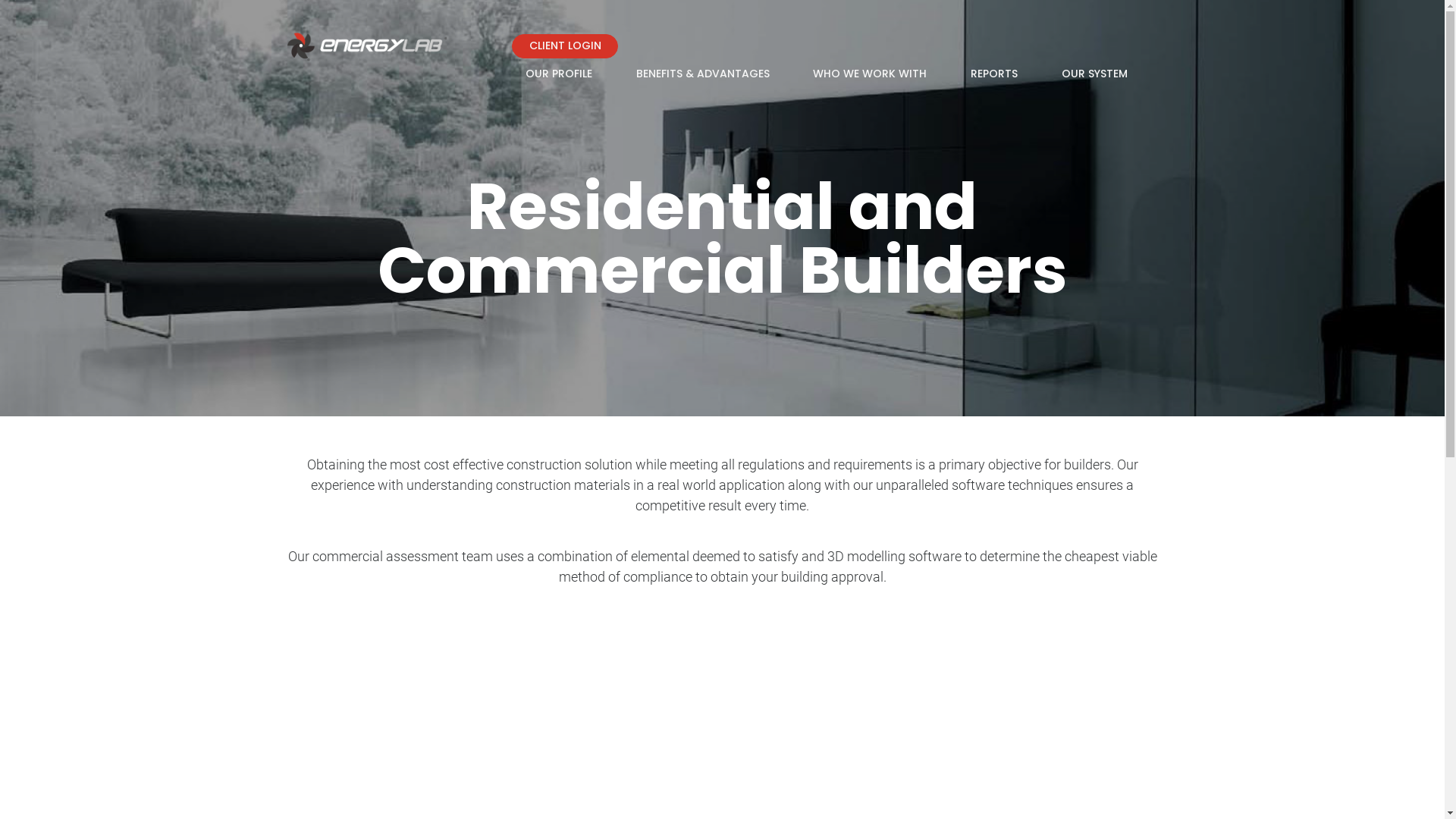 The image size is (1456, 819). I want to click on 'CLIENT LOGIN', so click(563, 45).